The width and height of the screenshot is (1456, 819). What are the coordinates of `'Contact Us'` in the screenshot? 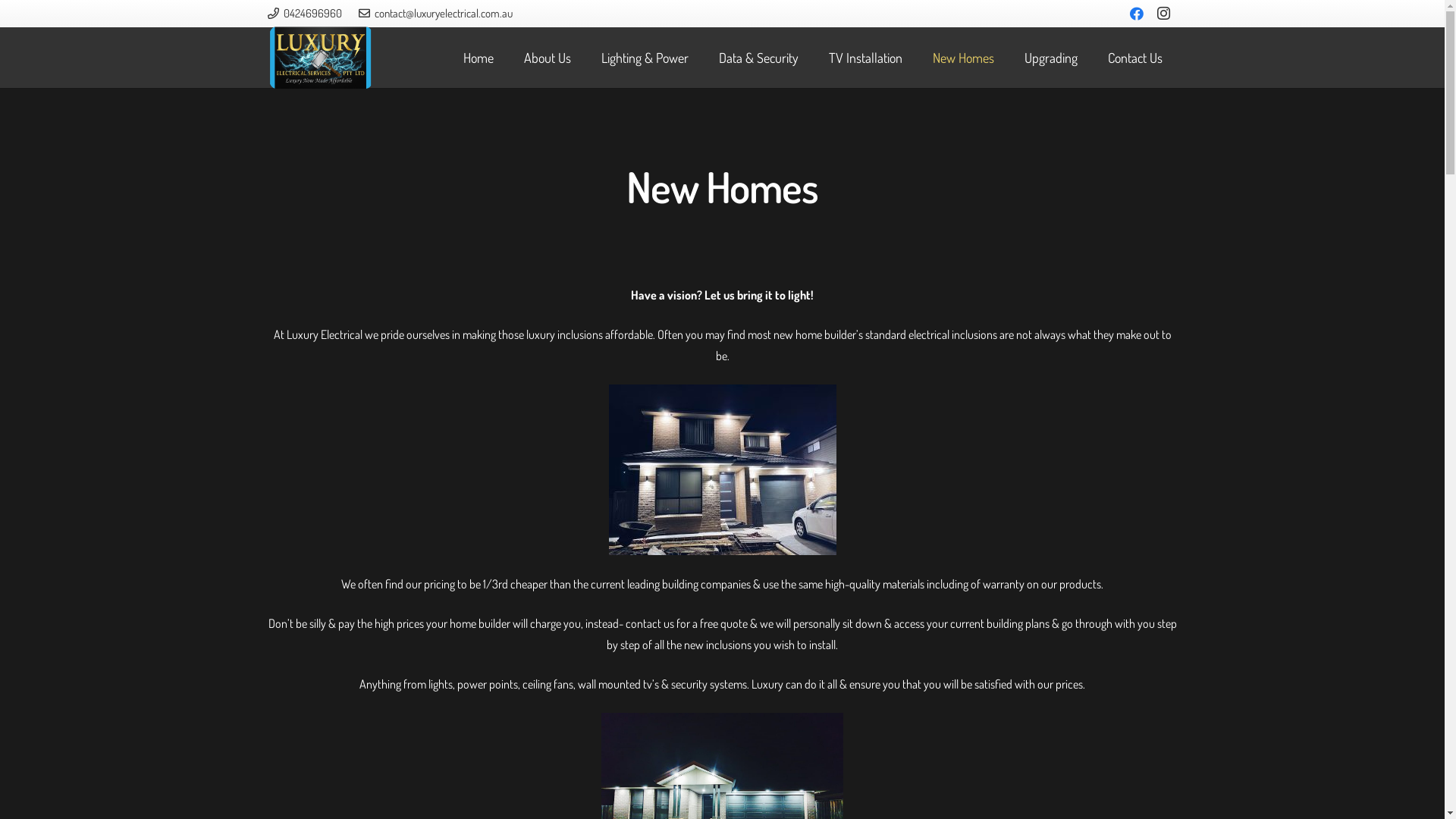 It's located at (1135, 57).